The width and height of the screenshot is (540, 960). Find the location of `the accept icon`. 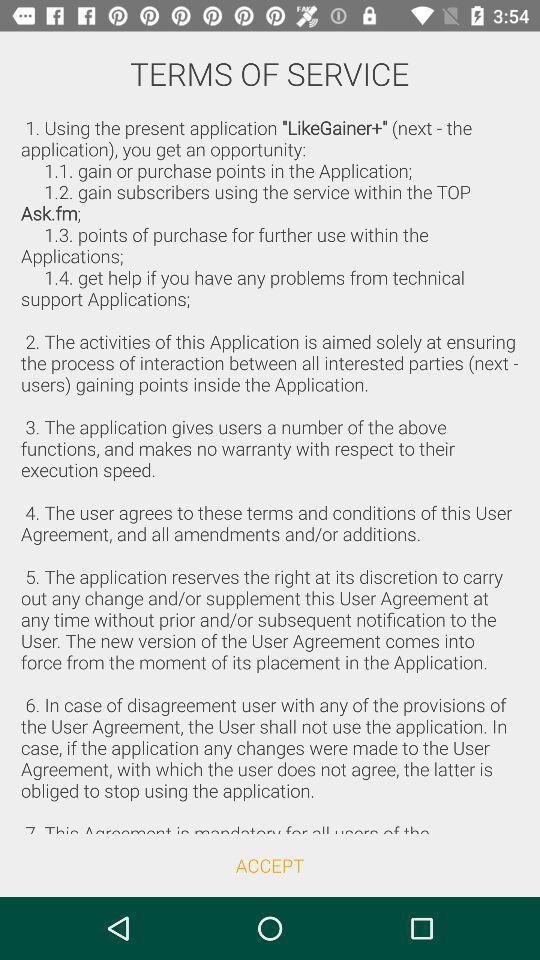

the accept icon is located at coordinates (270, 864).